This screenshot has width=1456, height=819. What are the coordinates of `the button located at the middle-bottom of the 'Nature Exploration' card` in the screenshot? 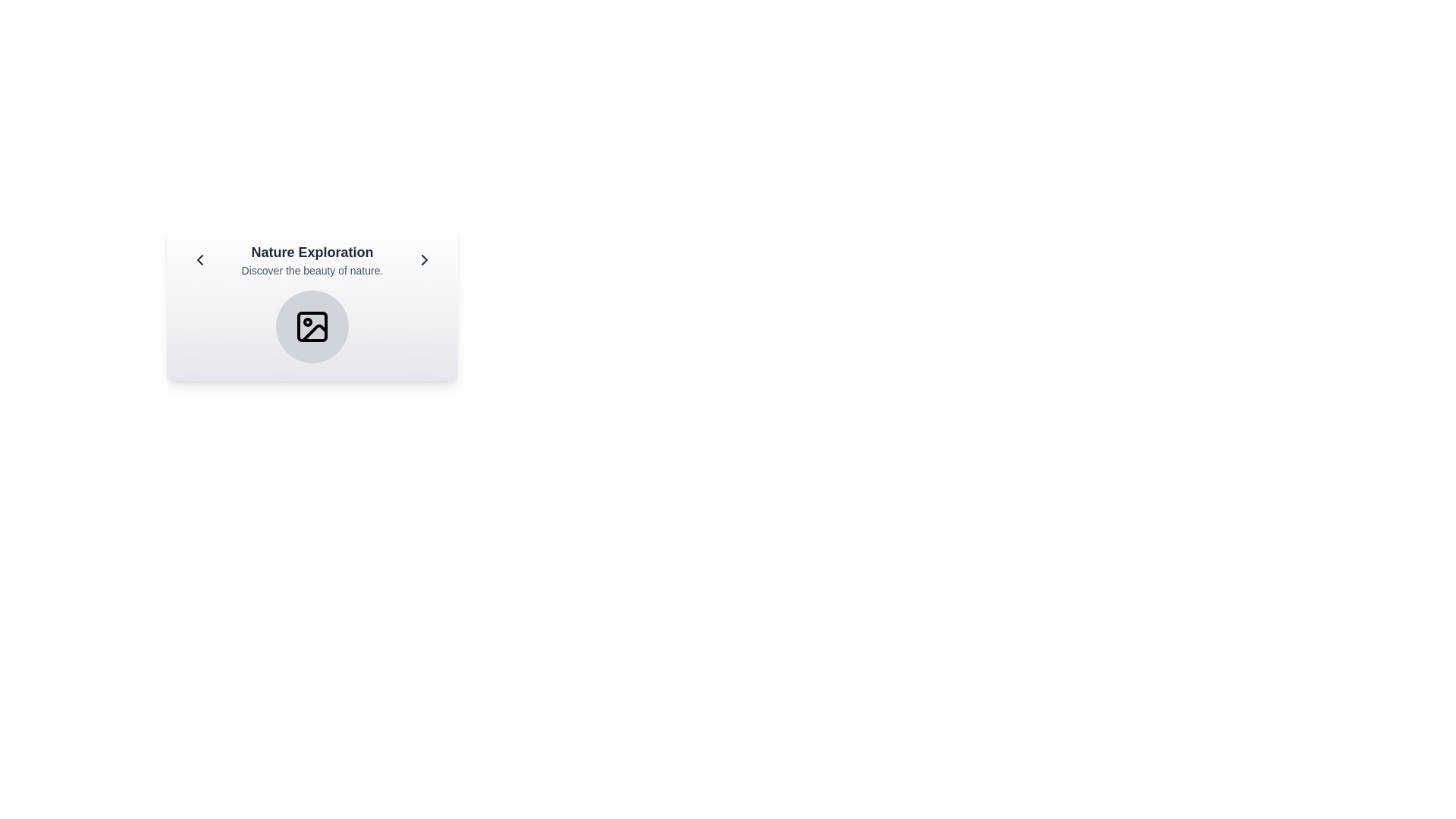 It's located at (312, 326).